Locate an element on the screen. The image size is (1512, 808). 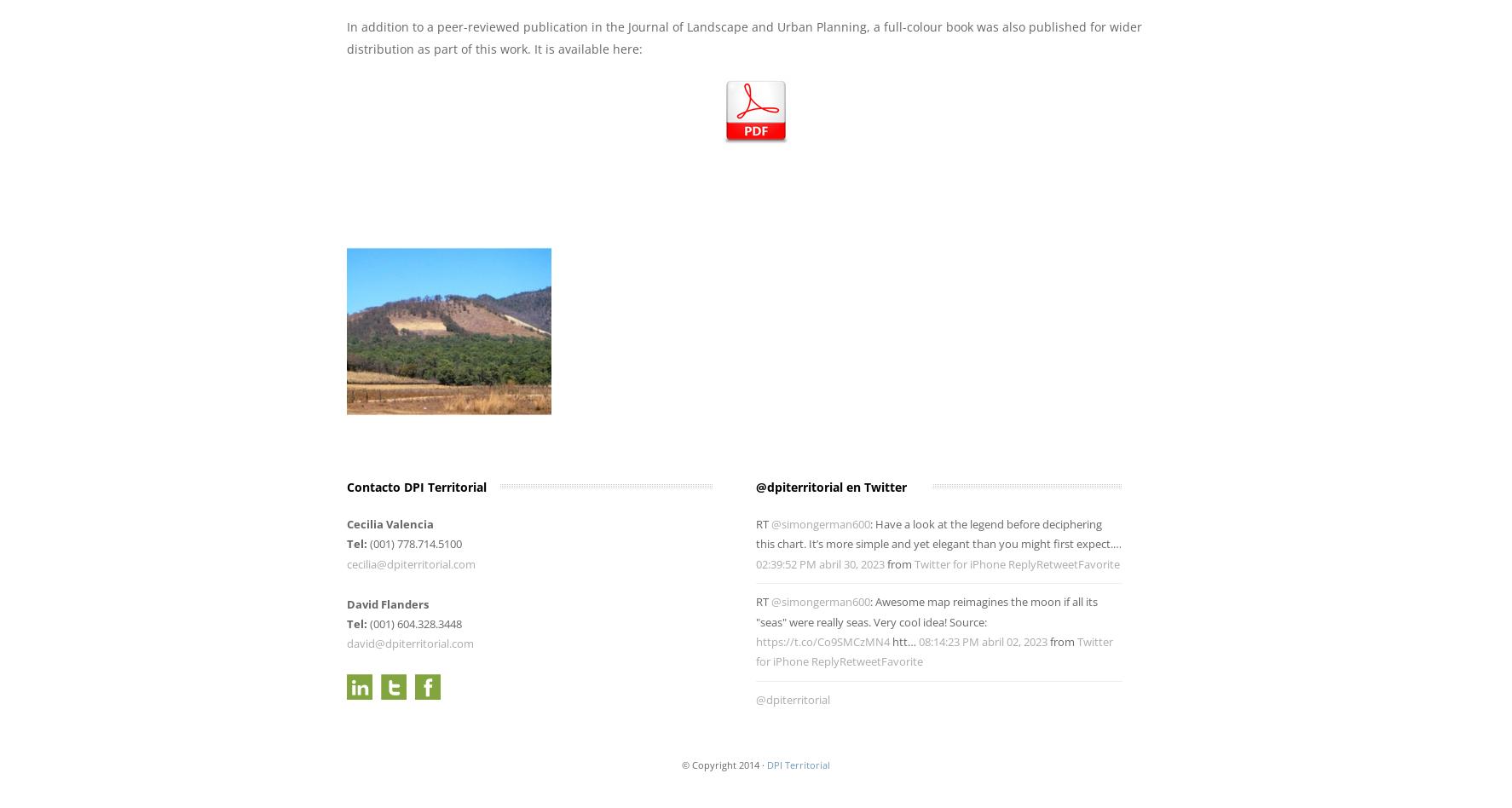
'https://t.co/Co9SMCzMN4' is located at coordinates (756, 640).